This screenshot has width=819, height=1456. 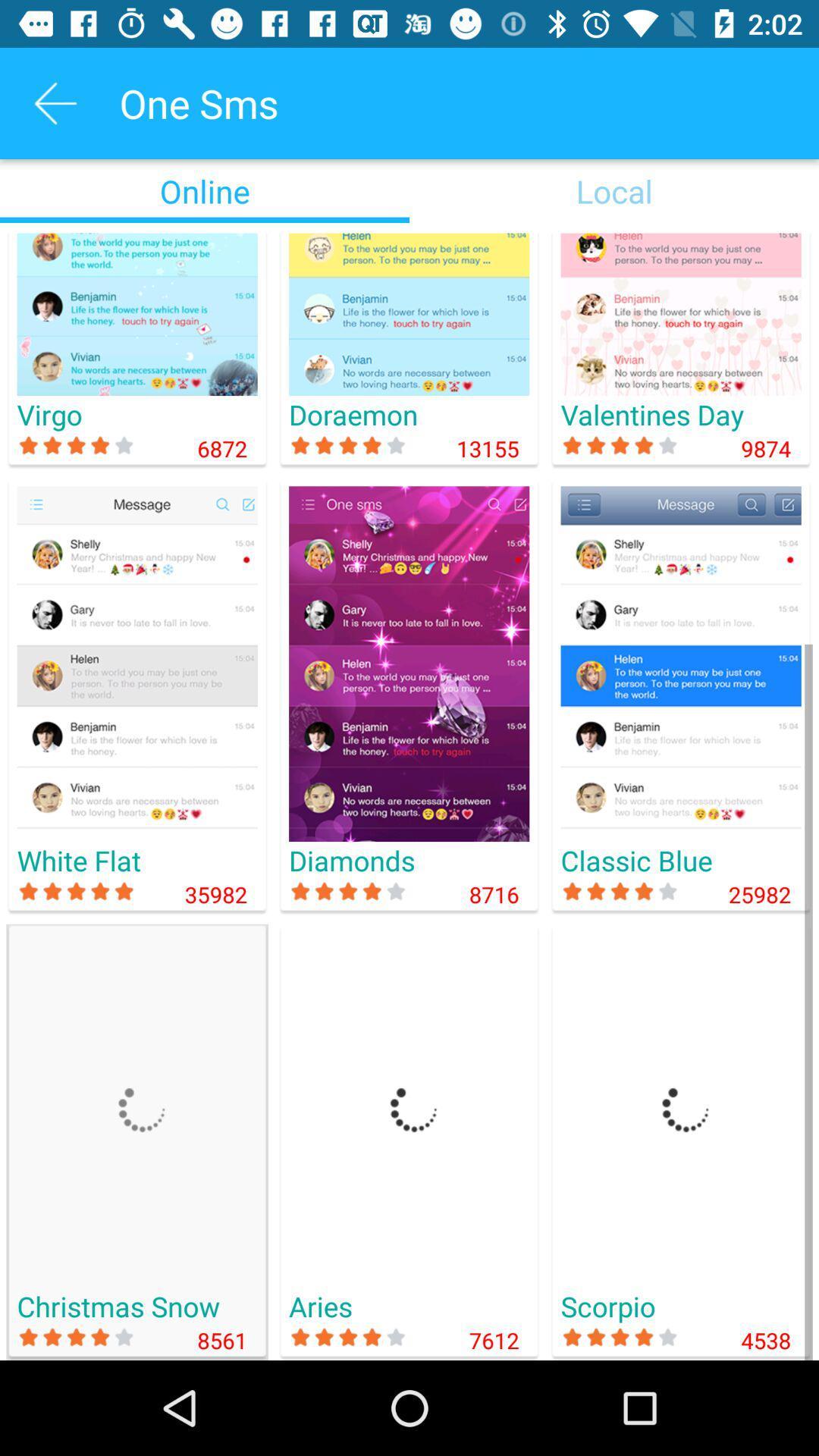 What do you see at coordinates (55, 102) in the screenshot?
I see `icon next to the one sms icon` at bounding box center [55, 102].